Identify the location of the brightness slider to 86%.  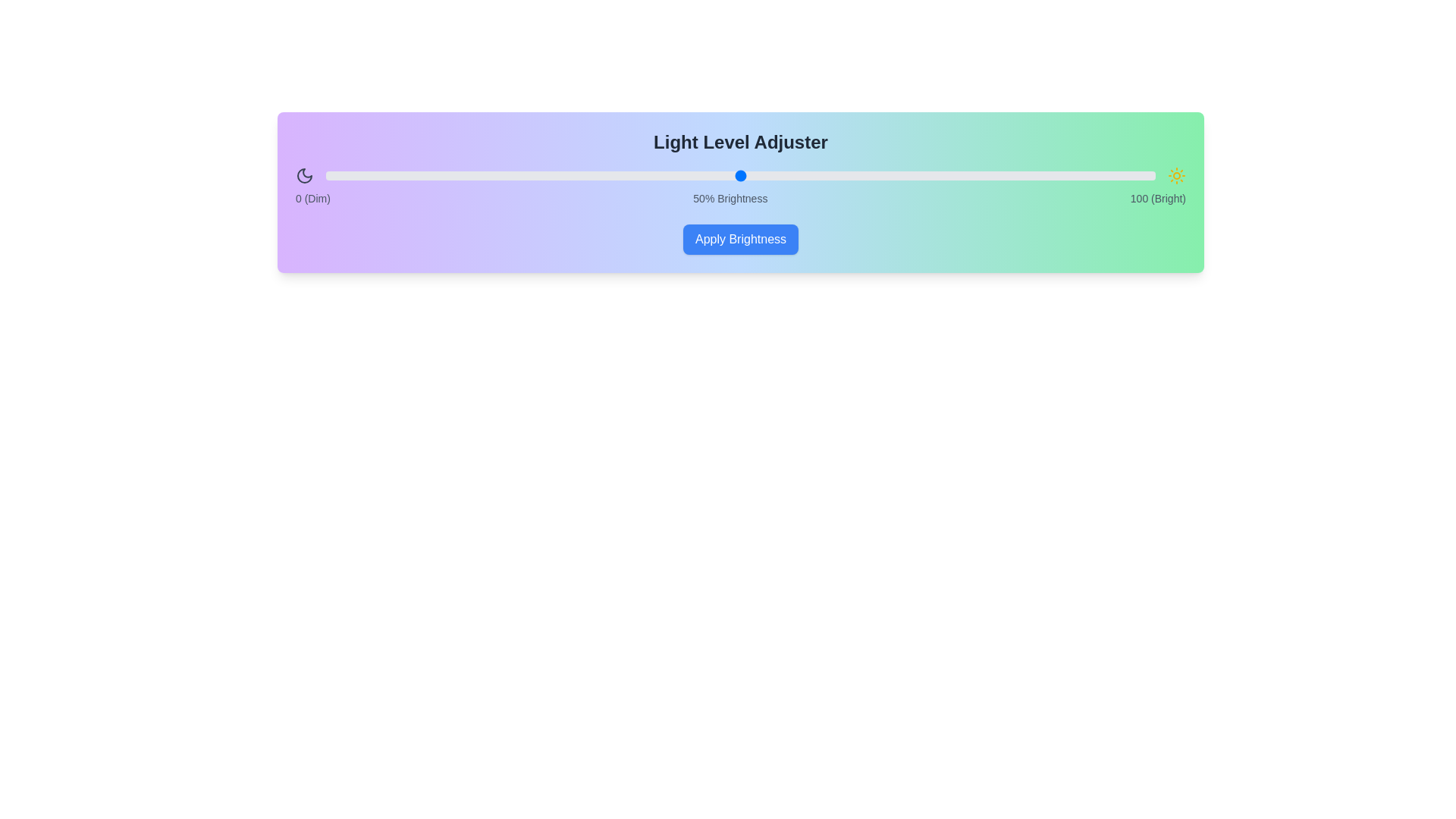
(1038, 174).